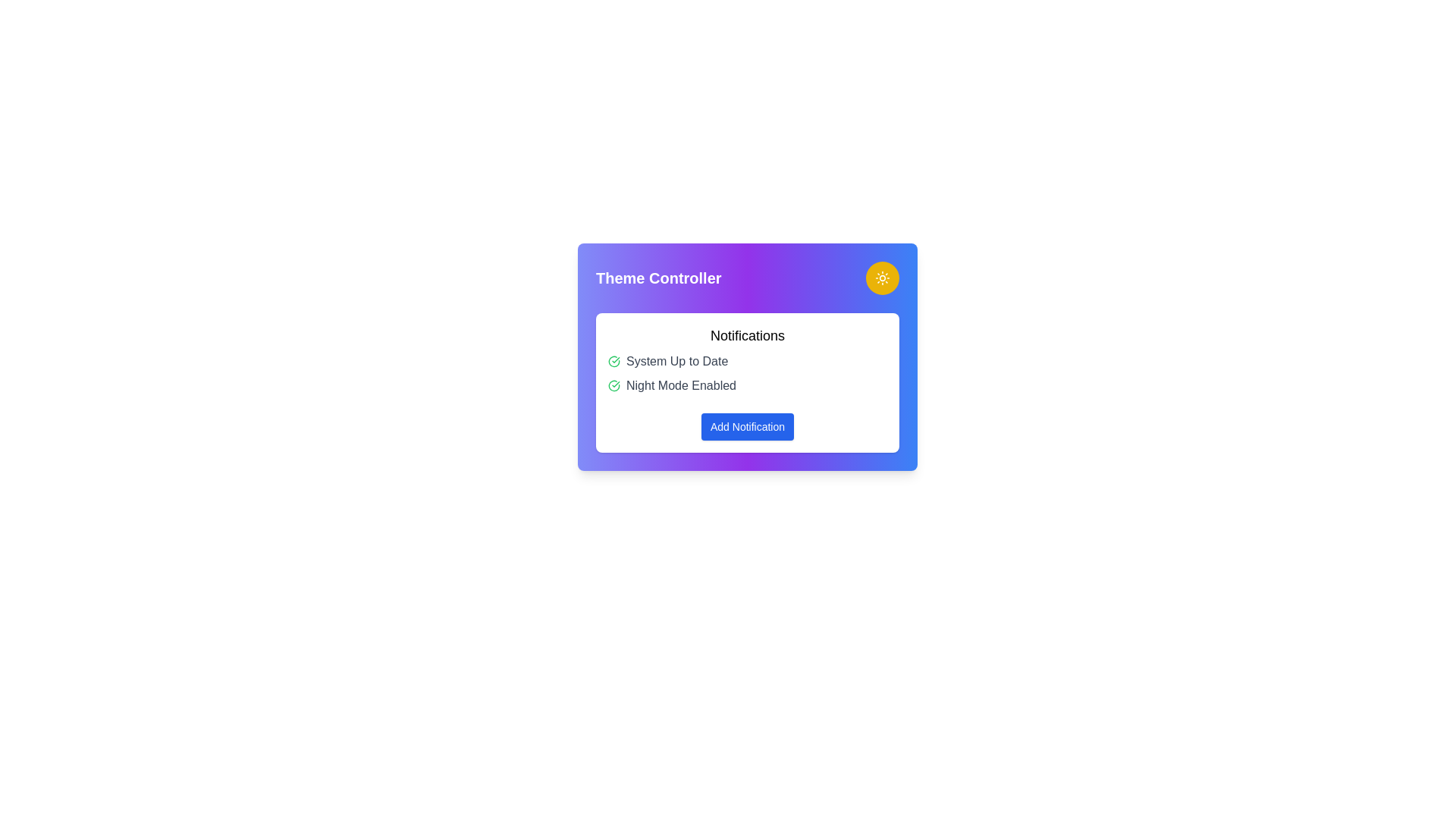 This screenshot has width=1456, height=819. I want to click on the status icon that visually represents successful completion, located to the left of the 'System Up to Date' text, so click(614, 362).